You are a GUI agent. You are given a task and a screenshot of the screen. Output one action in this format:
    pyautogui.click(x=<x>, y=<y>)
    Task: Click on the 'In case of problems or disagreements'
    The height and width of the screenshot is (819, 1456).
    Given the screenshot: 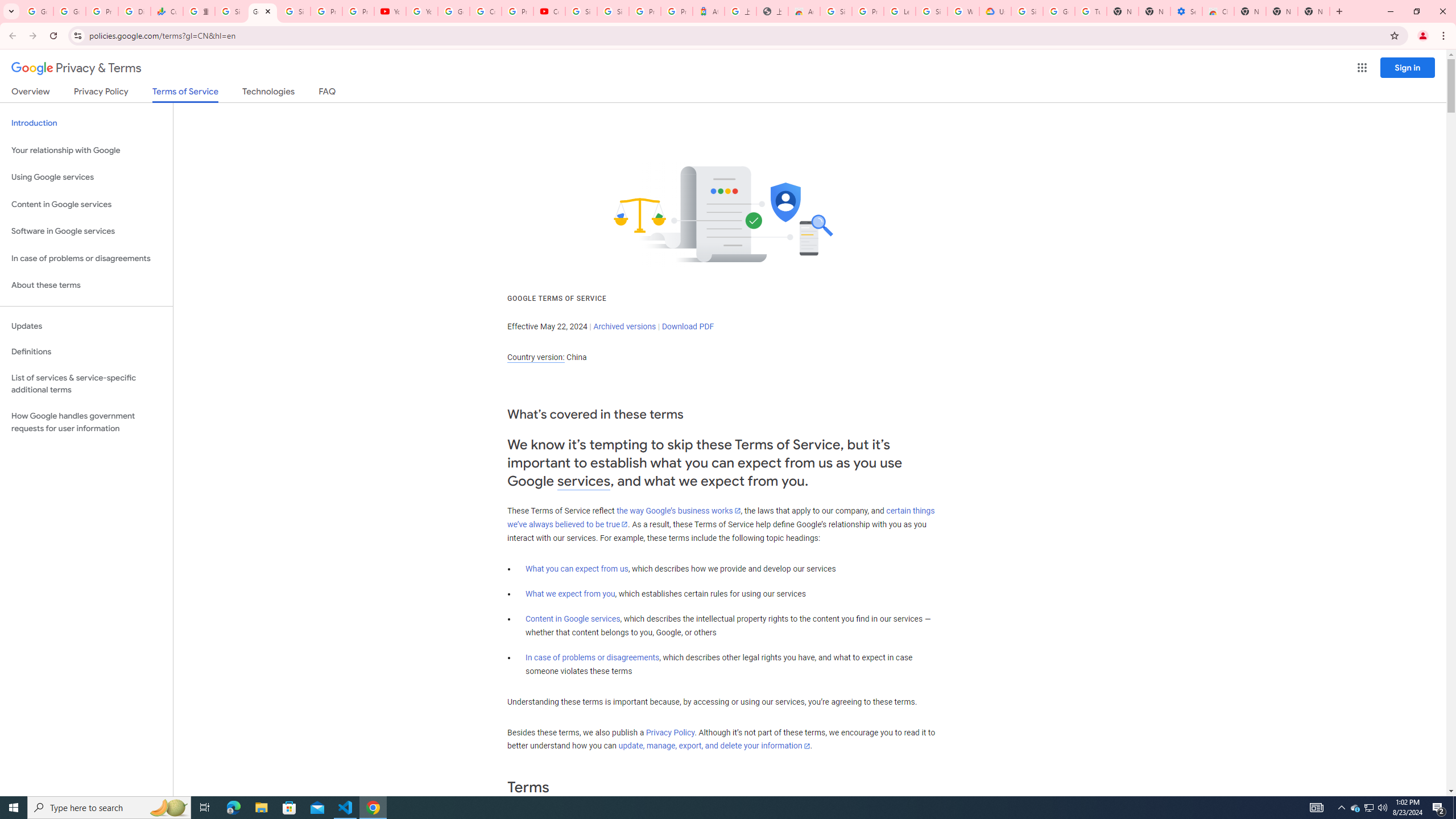 What is the action you would take?
    pyautogui.click(x=591, y=657)
    